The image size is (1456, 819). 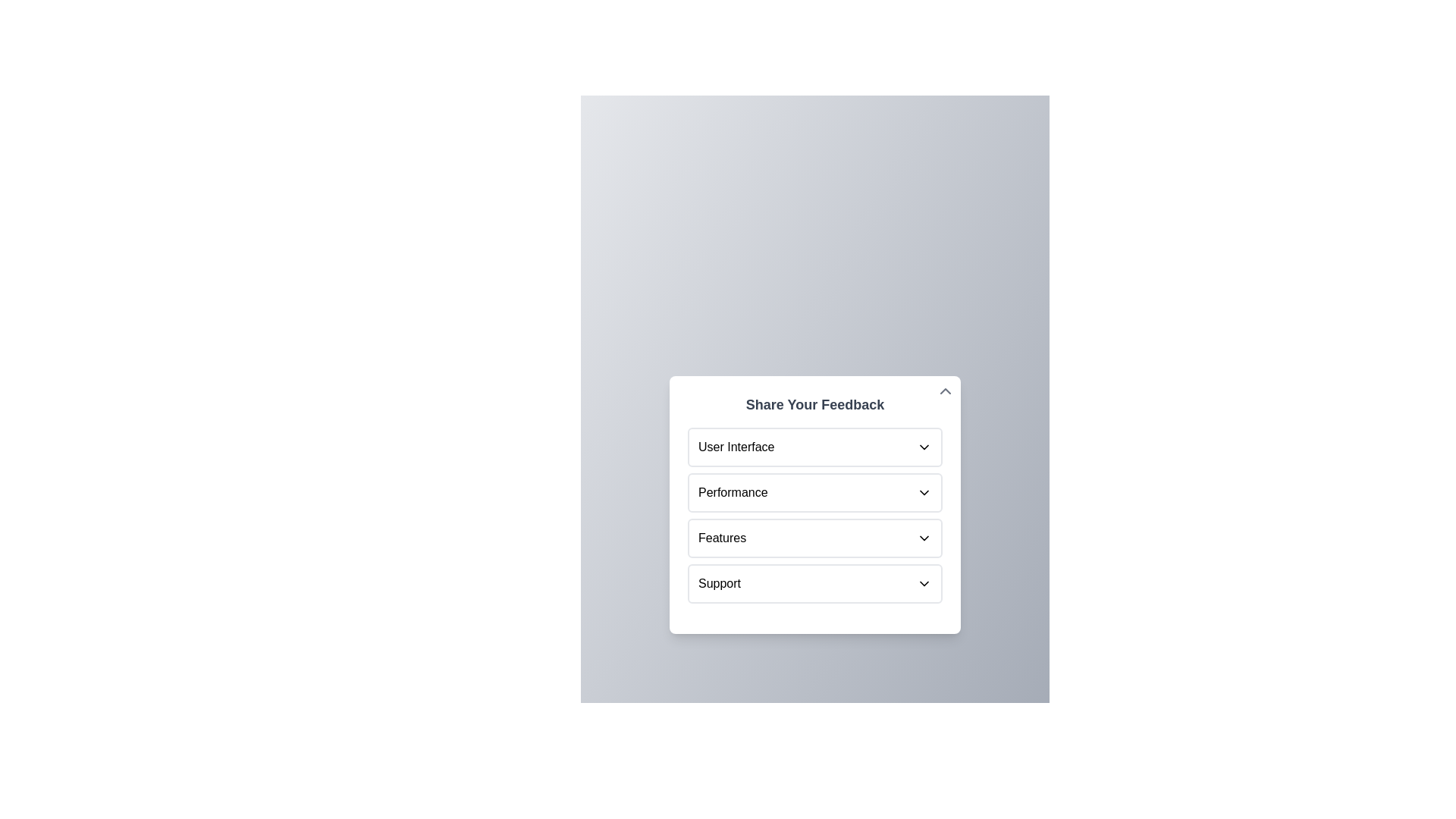 I want to click on the Dropdown button located in the middle section of the 'Share Your Feedback' list, so click(x=814, y=537).